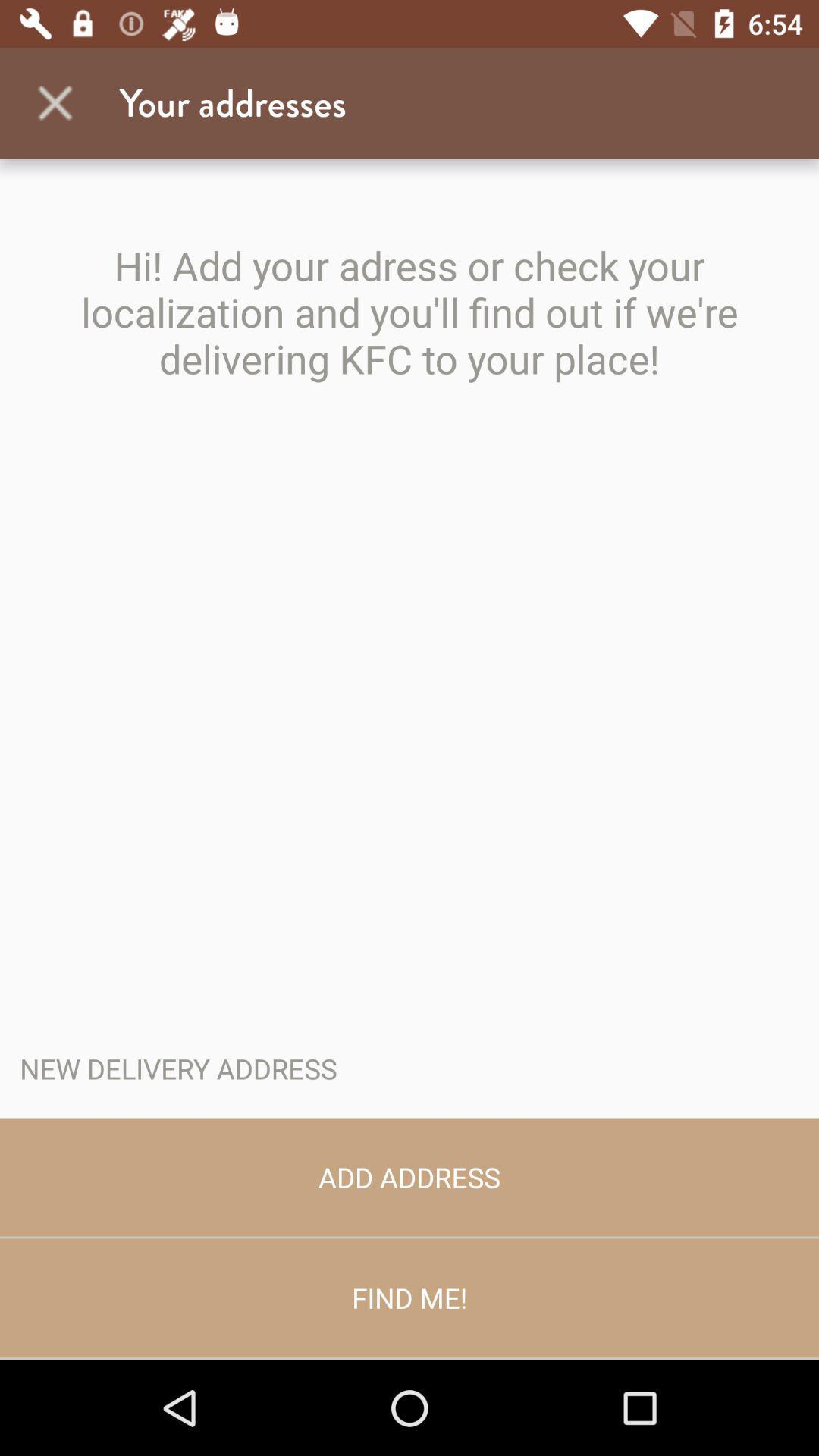 Image resolution: width=819 pixels, height=1456 pixels. What do you see at coordinates (55, 102) in the screenshot?
I see `item next to your addresses` at bounding box center [55, 102].